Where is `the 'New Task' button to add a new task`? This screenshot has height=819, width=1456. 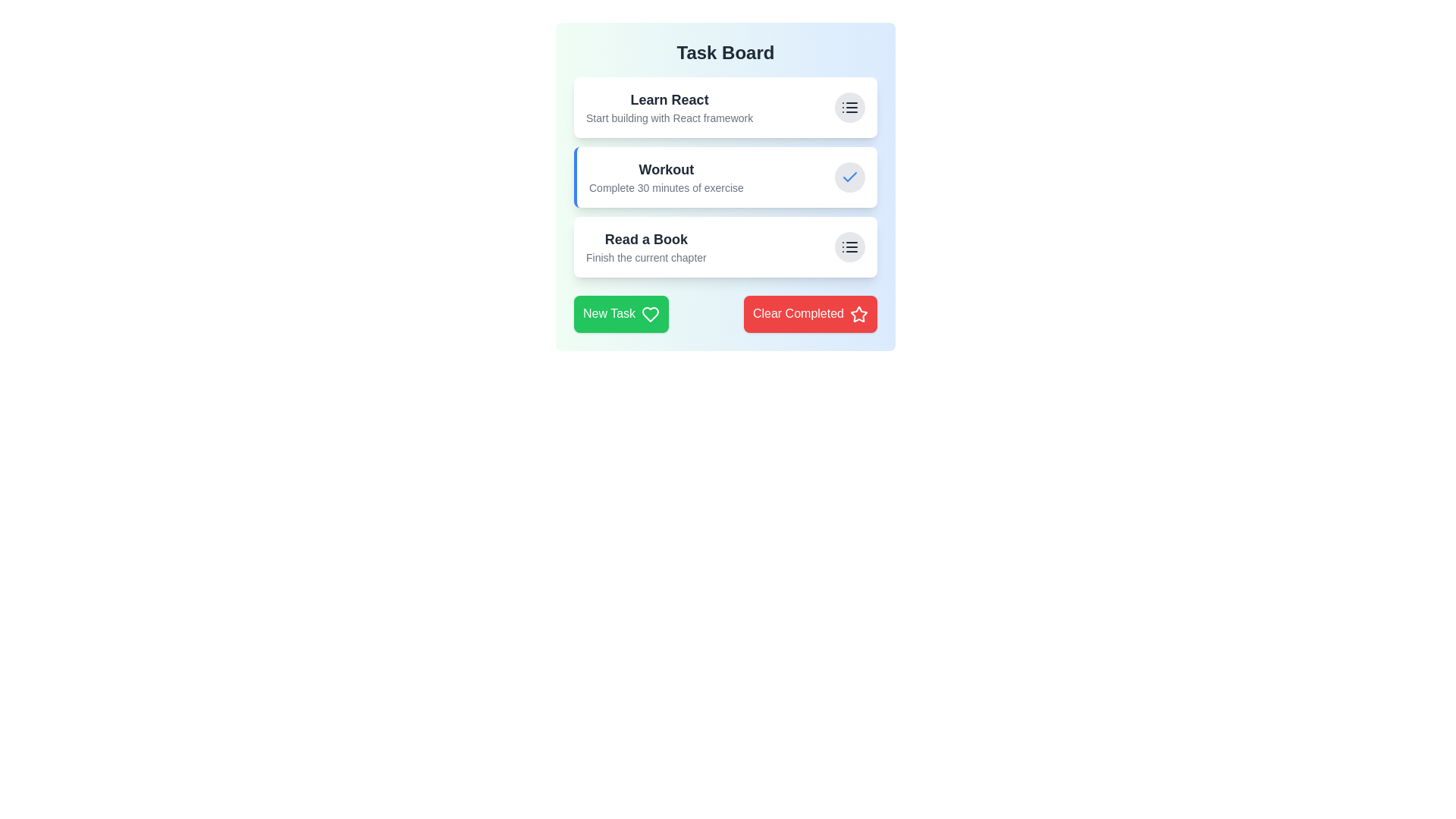 the 'New Task' button to add a new task is located at coordinates (621, 313).